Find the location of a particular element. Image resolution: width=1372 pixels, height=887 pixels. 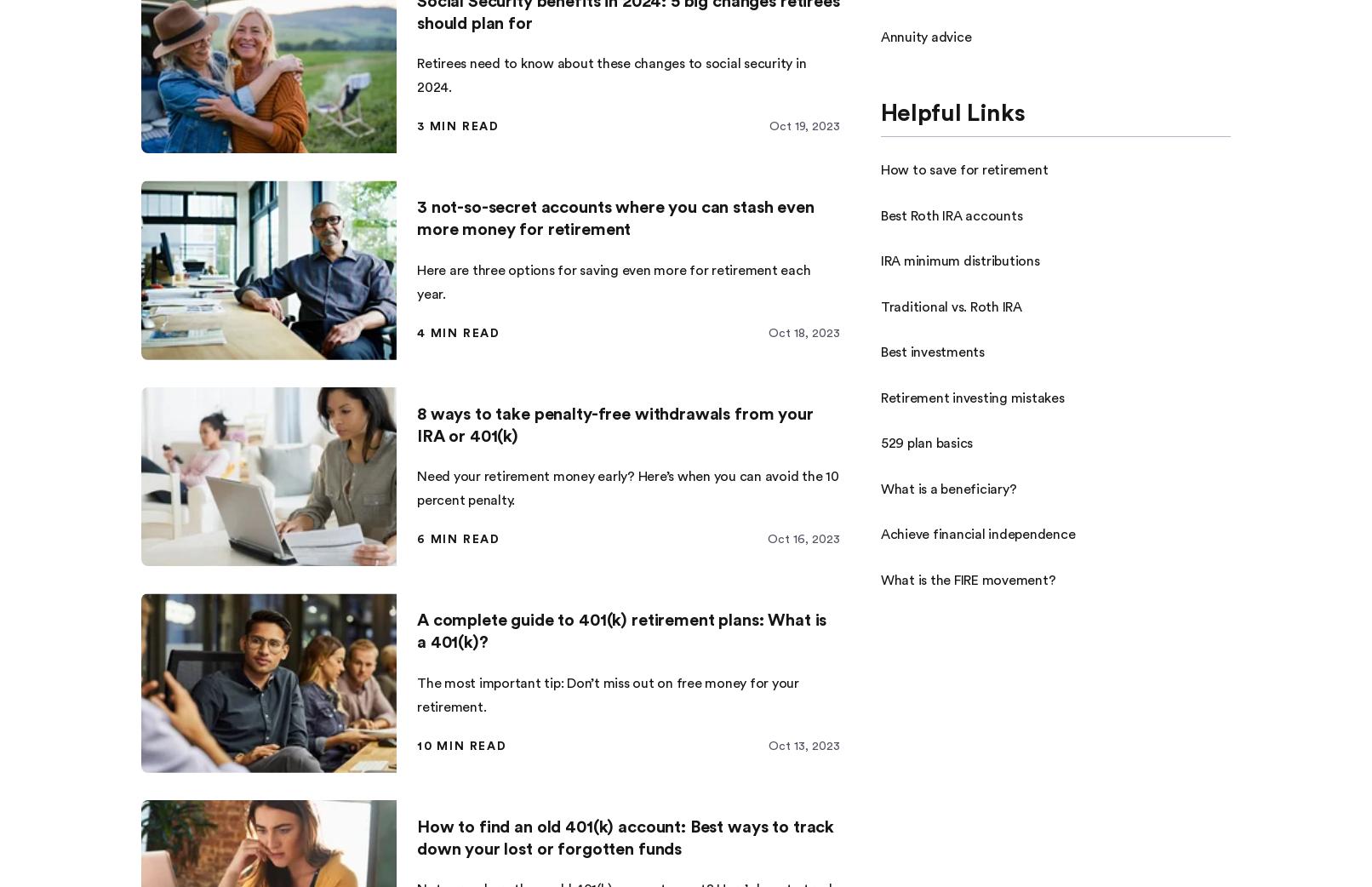

'529 plan basics' is located at coordinates (926, 443).